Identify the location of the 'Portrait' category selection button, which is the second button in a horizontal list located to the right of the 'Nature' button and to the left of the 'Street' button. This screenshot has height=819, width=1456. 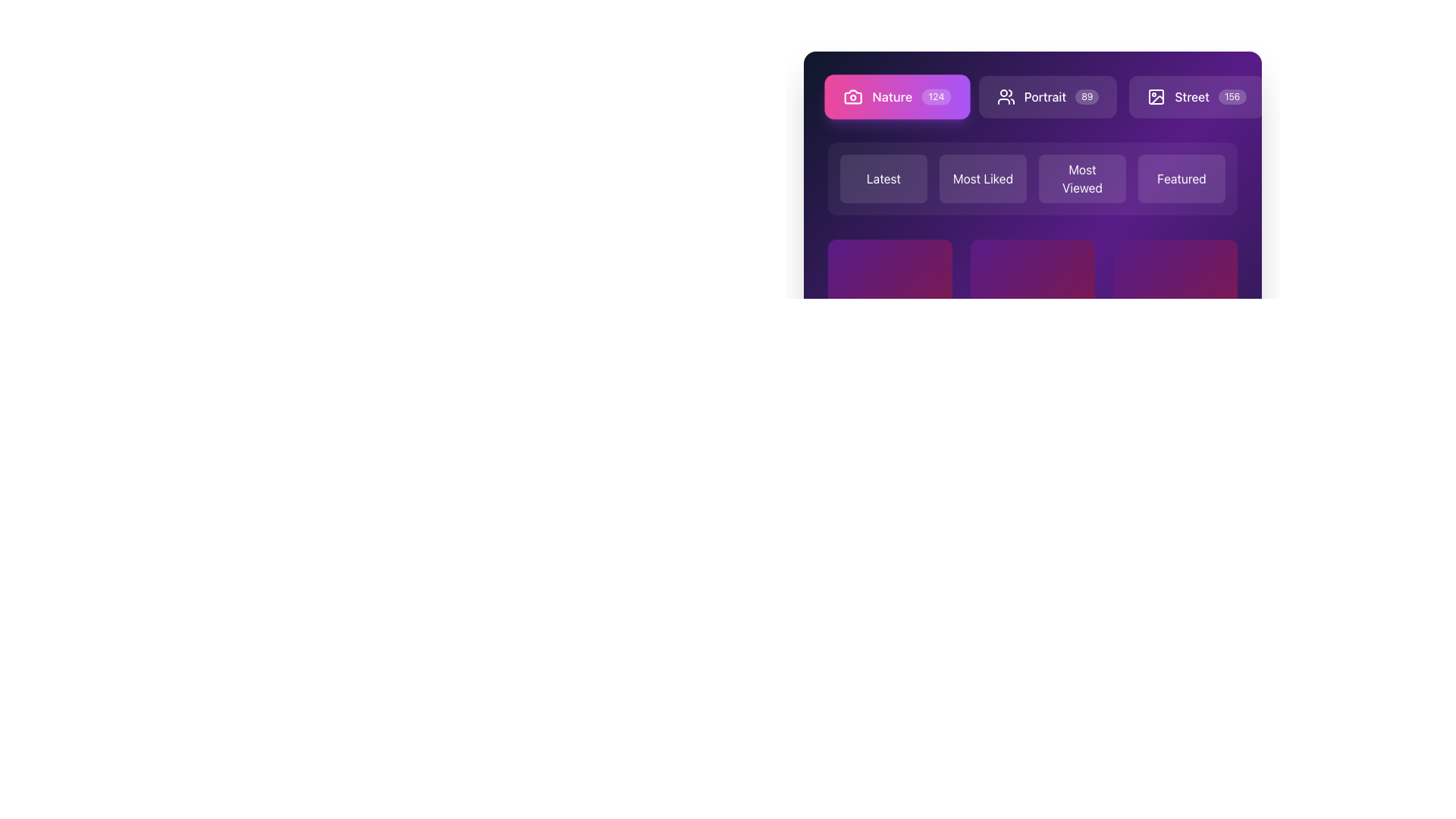
(1032, 96).